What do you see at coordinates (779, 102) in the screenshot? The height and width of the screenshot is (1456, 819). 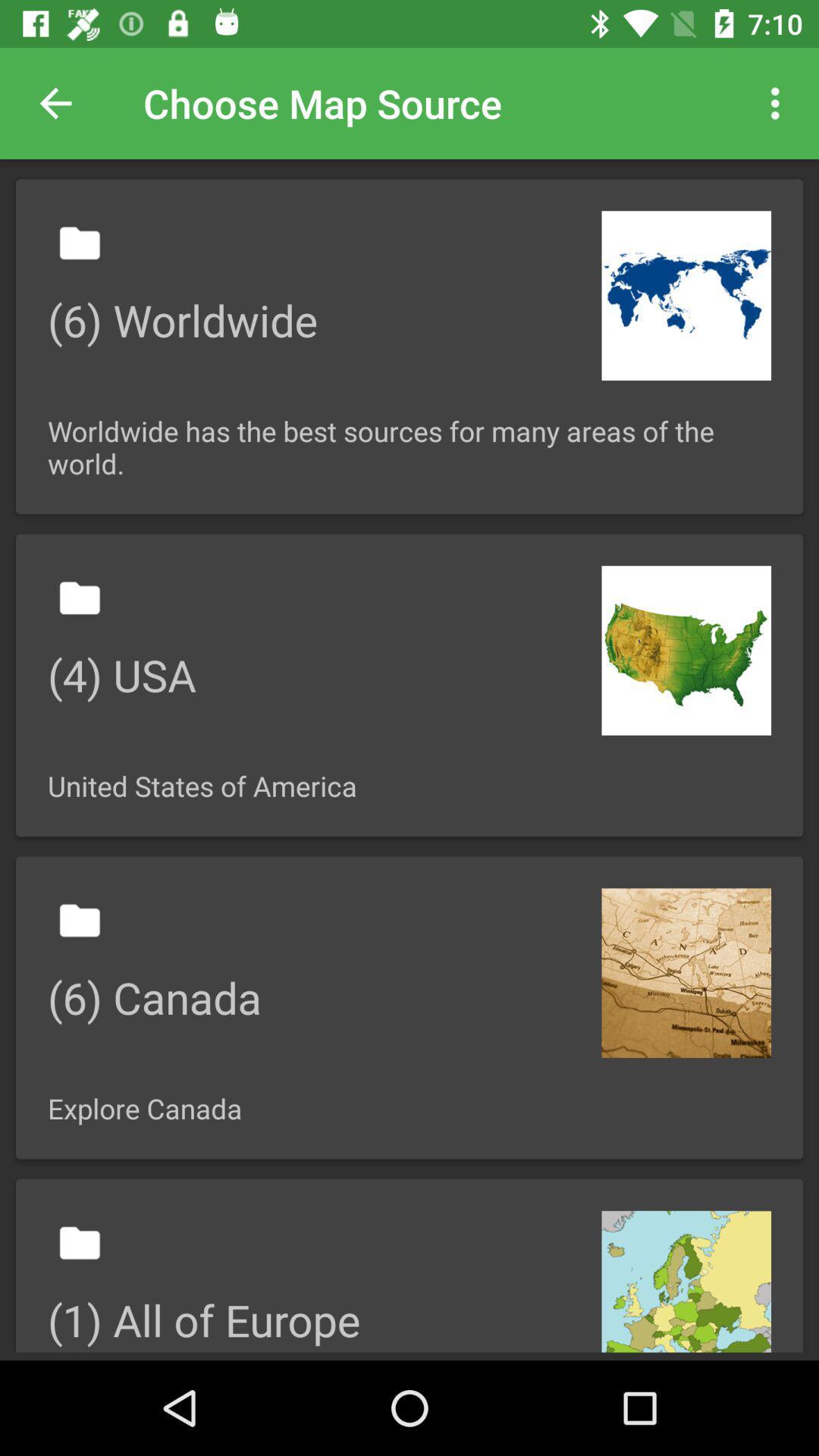 I see `icon next to choose map source` at bounding box center [779, 102].